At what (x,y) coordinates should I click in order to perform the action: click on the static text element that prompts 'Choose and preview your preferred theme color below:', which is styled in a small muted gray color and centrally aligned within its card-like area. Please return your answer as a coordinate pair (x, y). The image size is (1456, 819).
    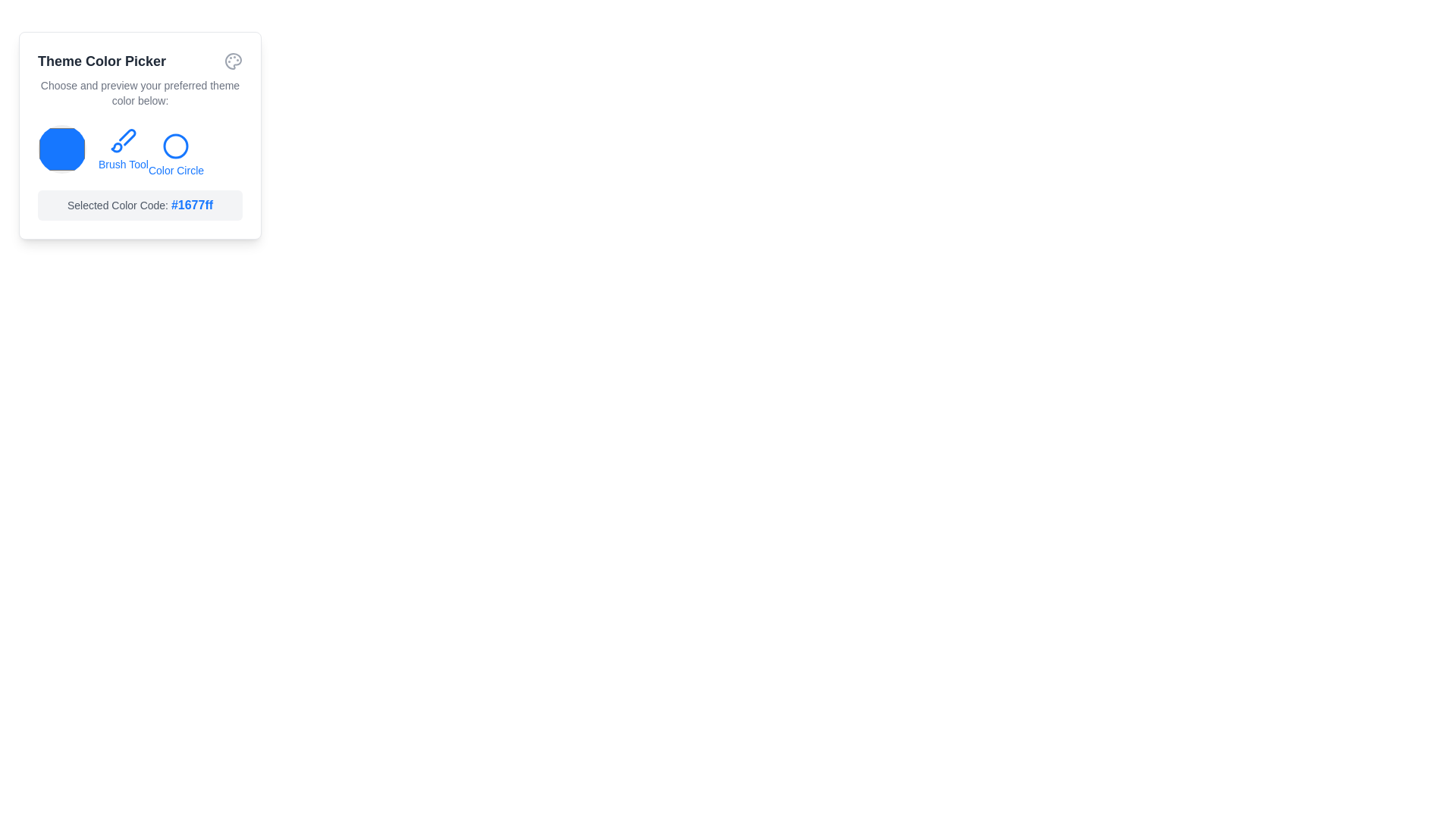
    Looking at the image, I should click on (140, 93).